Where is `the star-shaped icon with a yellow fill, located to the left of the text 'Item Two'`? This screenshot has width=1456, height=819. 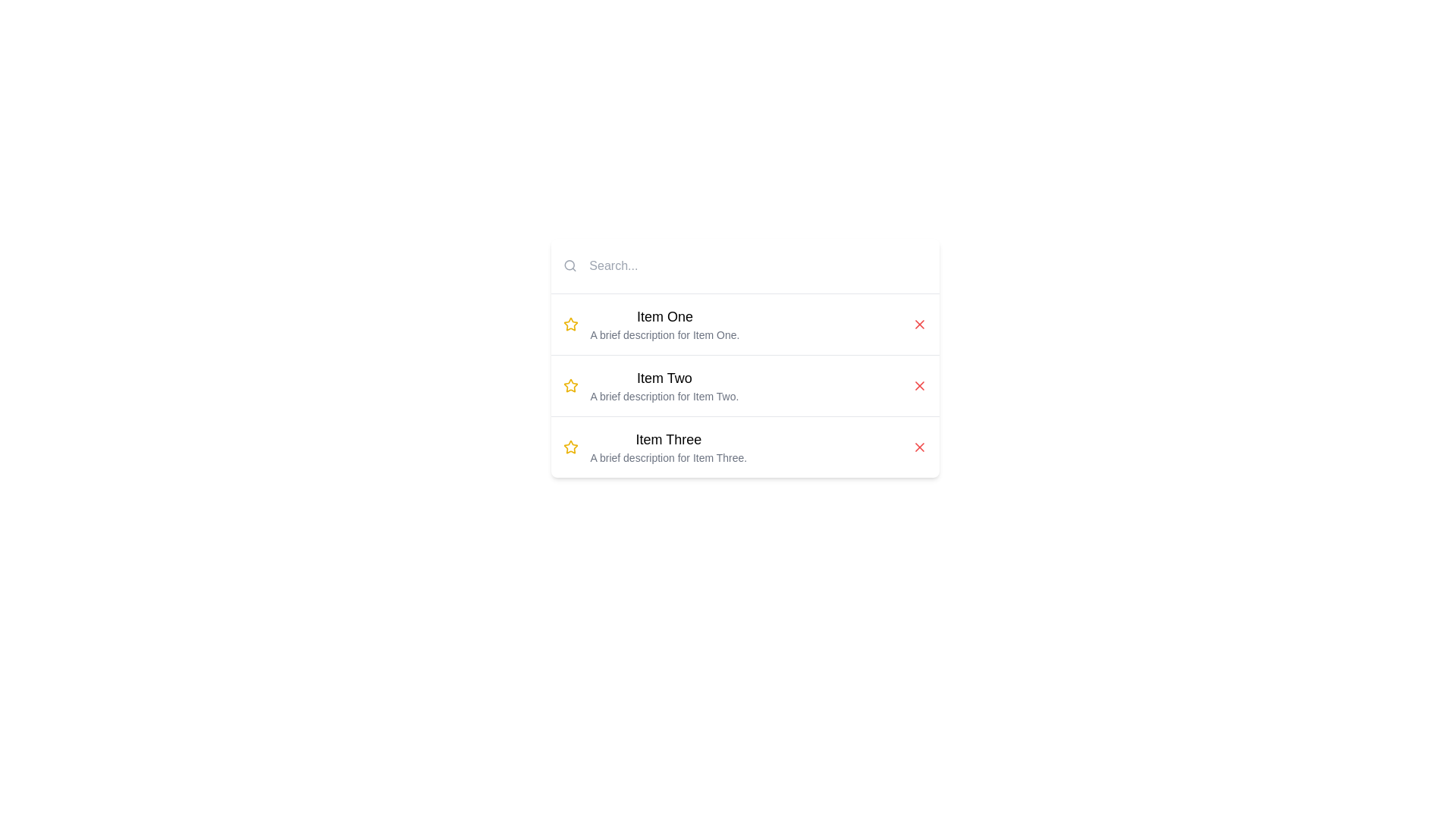
the star-shaped icon with a yellow fill, located to the left of the text 'Item Two' is located at coordinates (570, 385).